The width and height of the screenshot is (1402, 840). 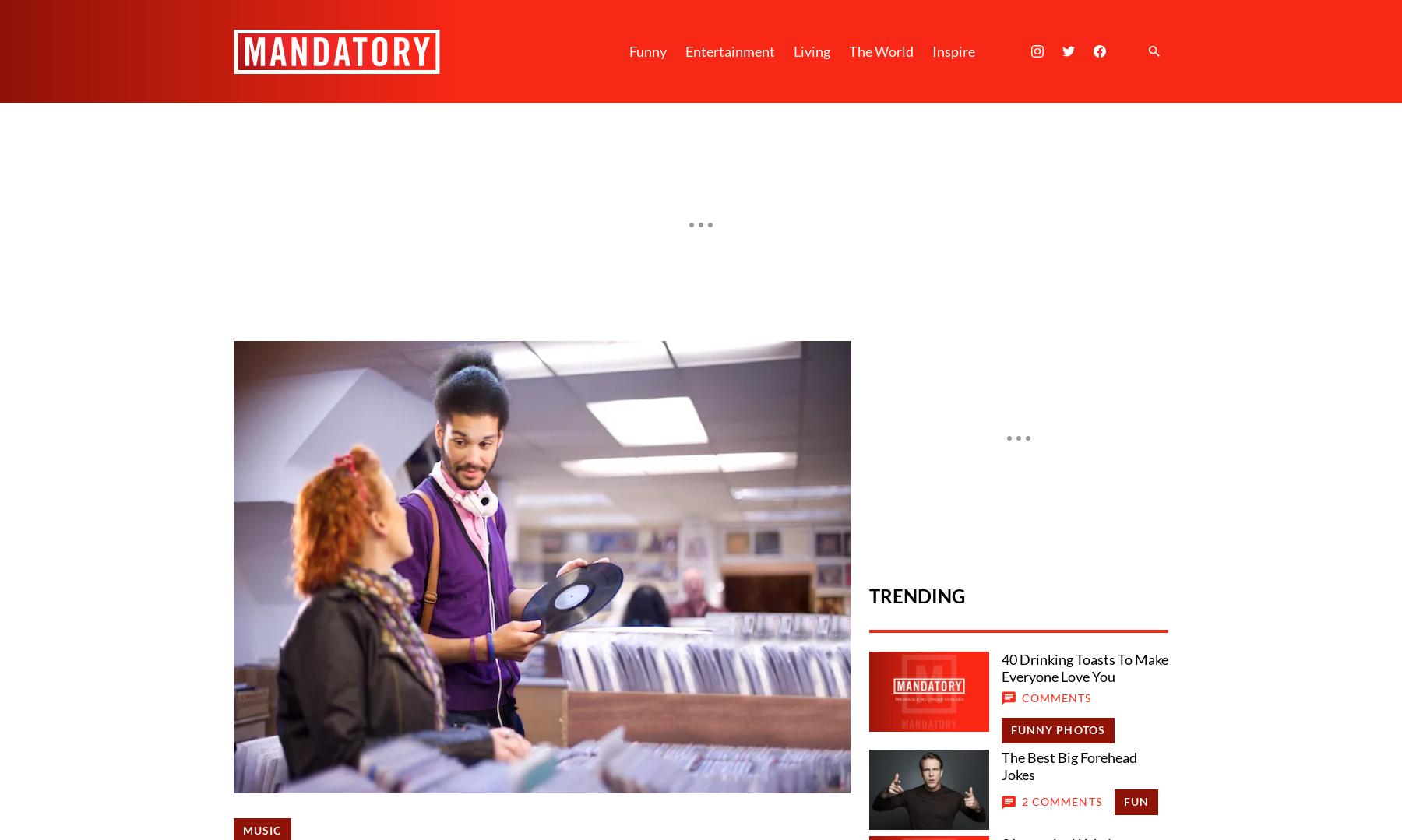 I want to click on 'Record Store Day 2019', so click(x=317, y=647).